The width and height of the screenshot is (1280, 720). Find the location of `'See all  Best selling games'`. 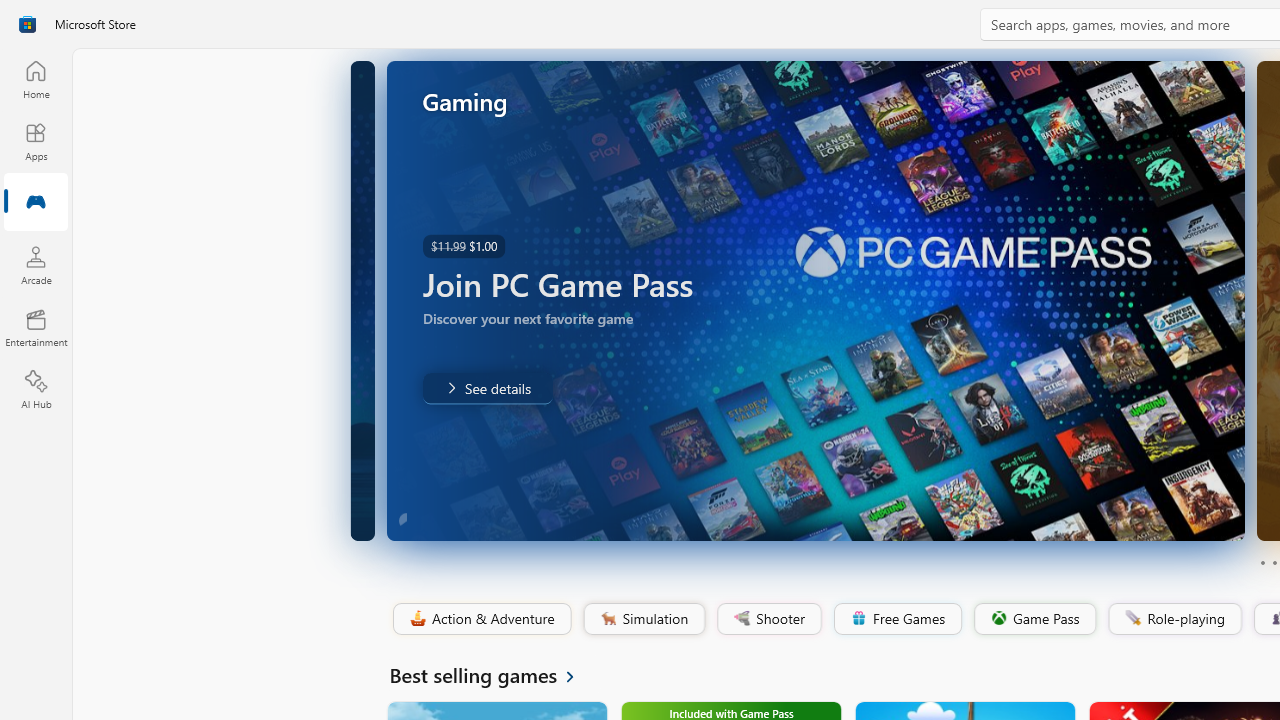

'See all  Best selling games' is located at coordinates (494, 675).